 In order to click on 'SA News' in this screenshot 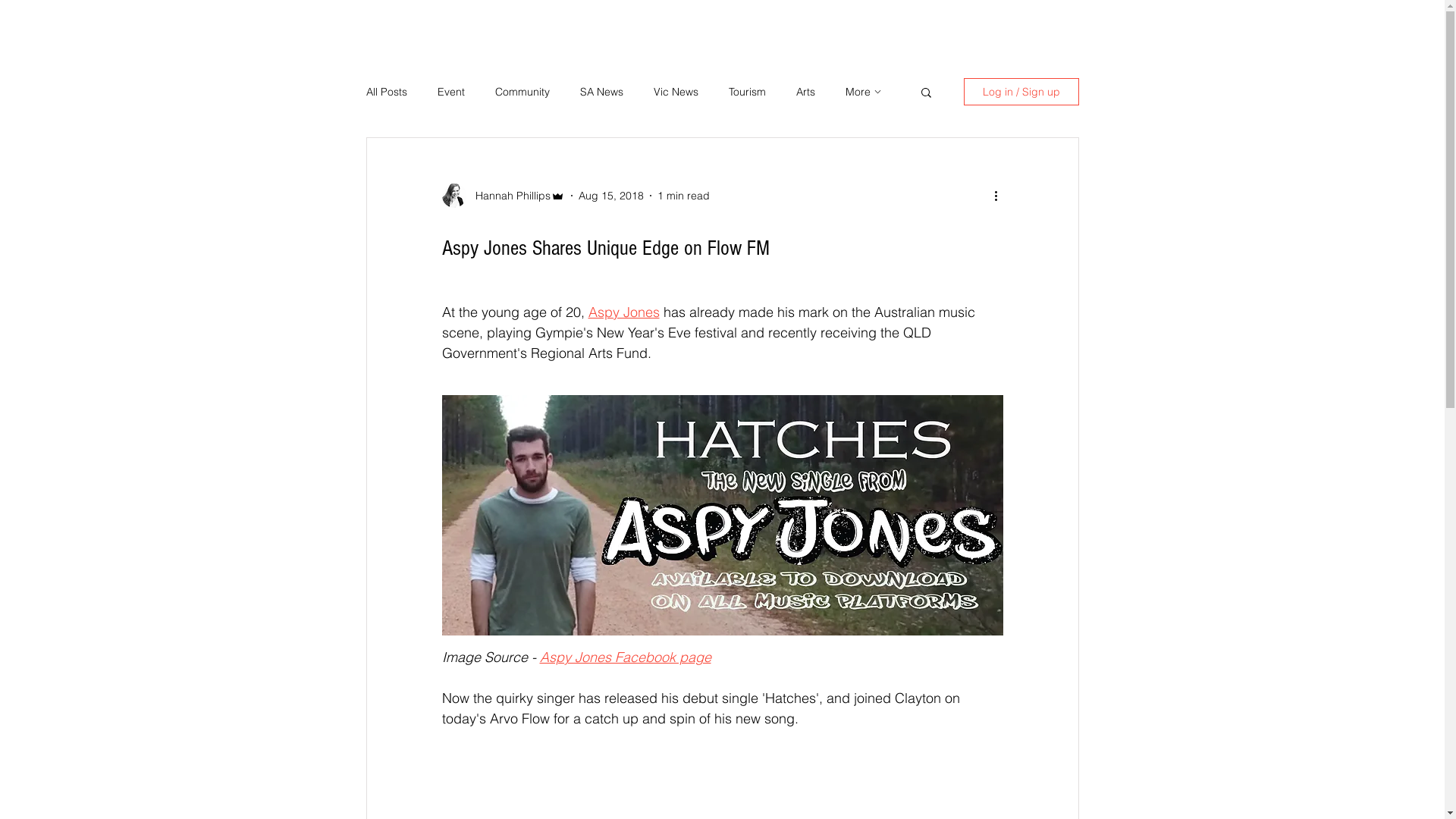, I will do `click(600, 91)`.